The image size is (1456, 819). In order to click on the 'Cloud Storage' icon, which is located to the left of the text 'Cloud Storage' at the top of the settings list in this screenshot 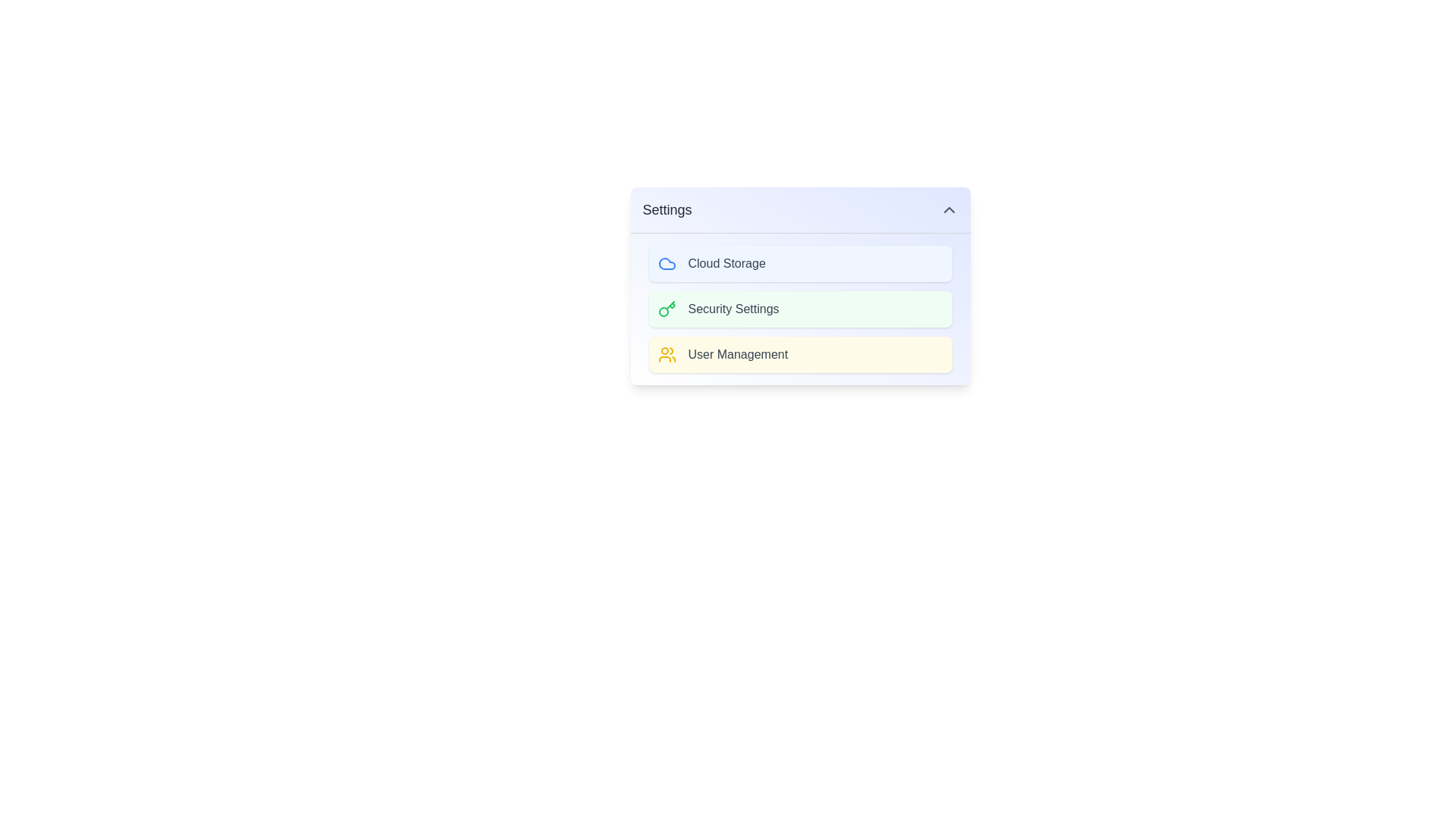, I will do `click(667, 262)`.